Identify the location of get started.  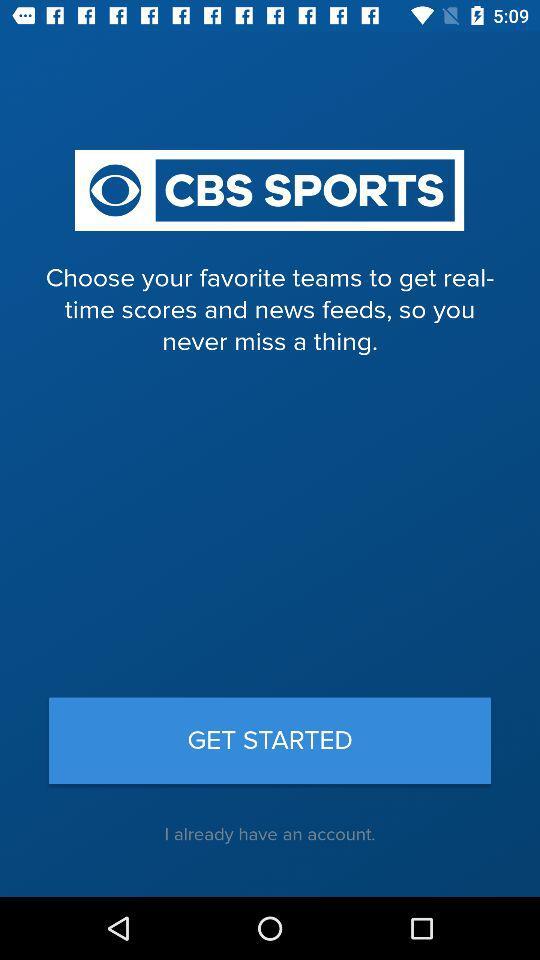
(270, 739).